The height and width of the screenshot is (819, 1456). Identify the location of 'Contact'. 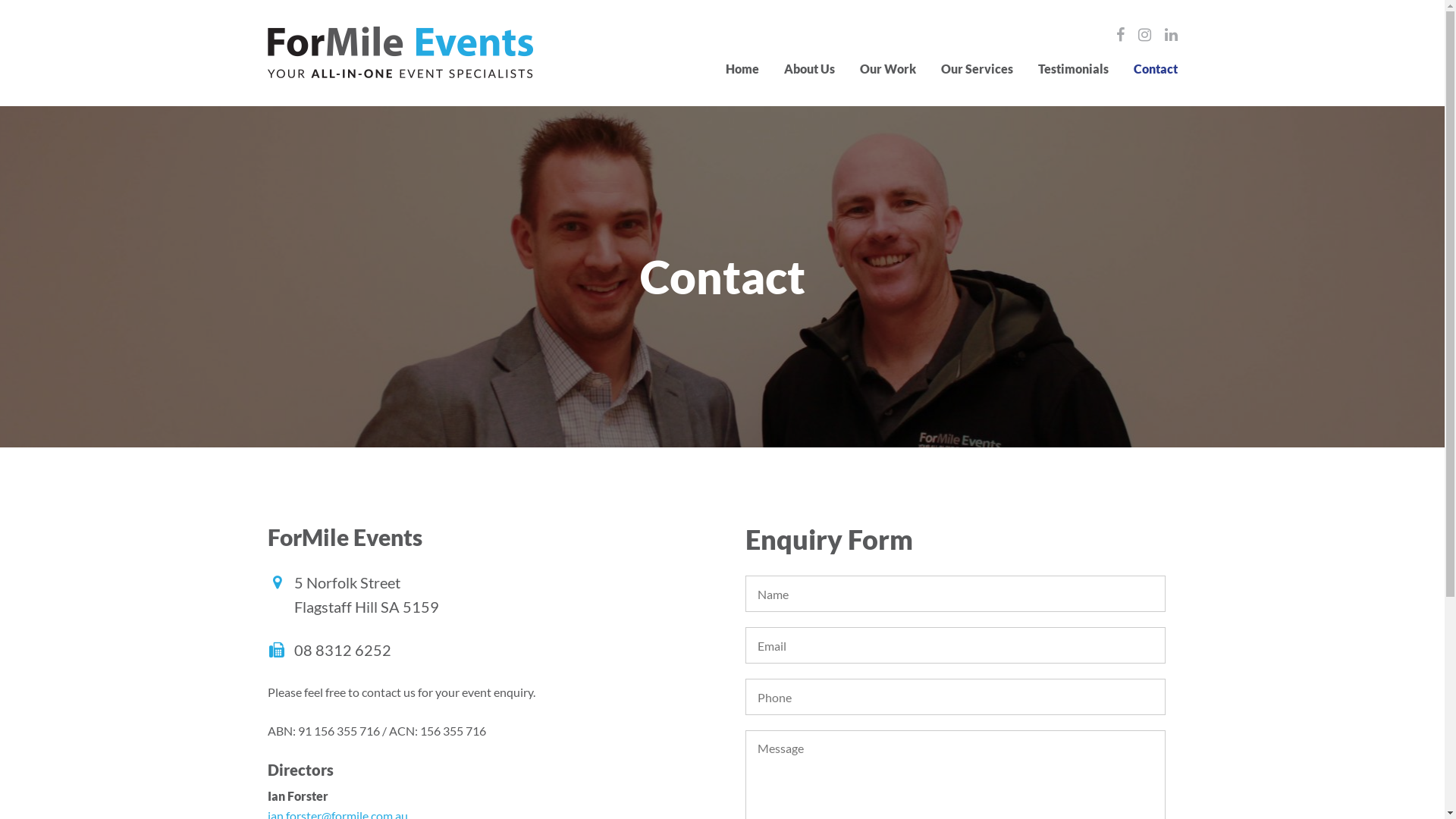
(1153, 68).